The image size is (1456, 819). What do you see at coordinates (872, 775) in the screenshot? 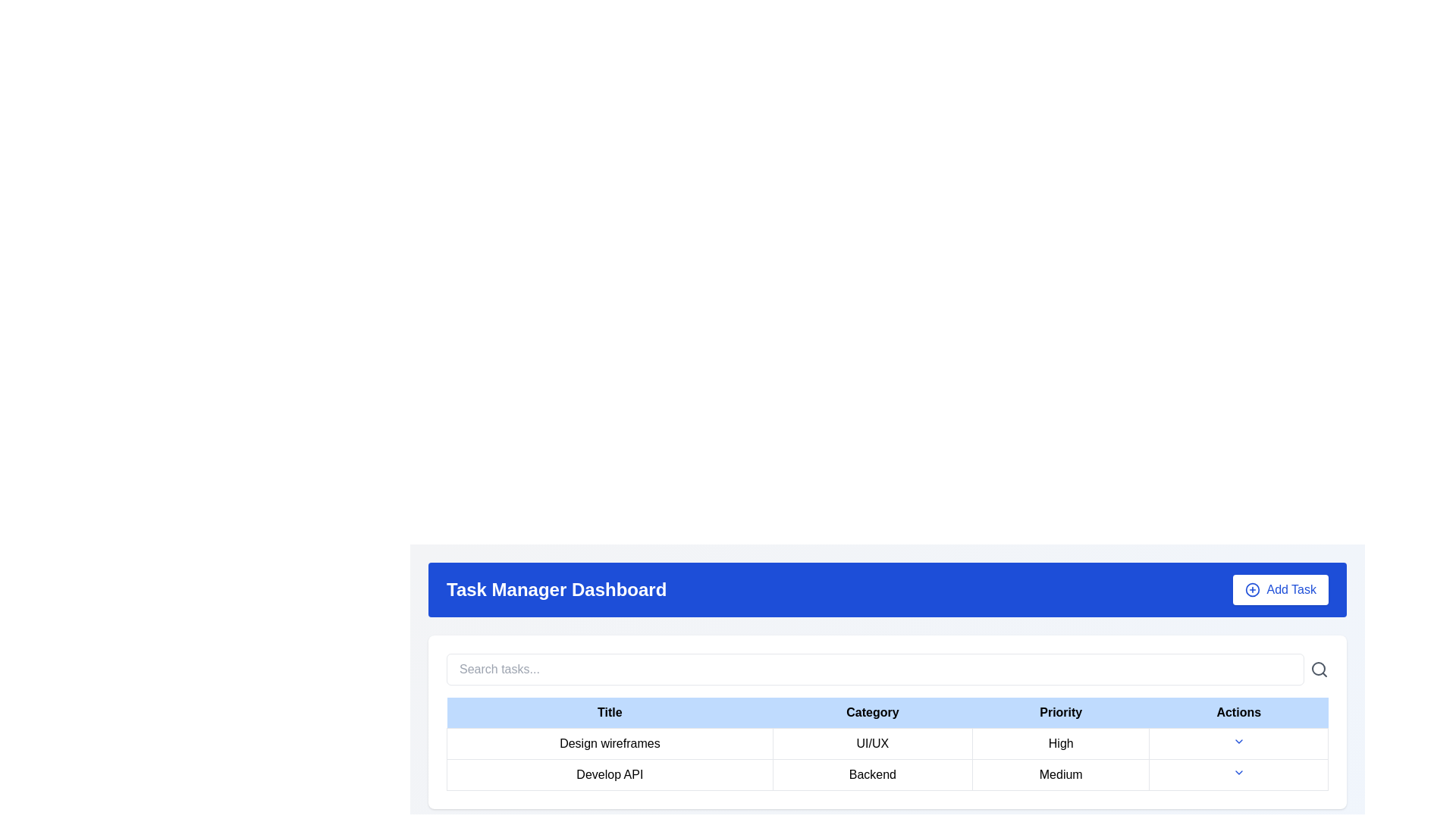
I see `the table cell containing the category descriptor for the task 'Develop API'` at bounding box center [872, 775].